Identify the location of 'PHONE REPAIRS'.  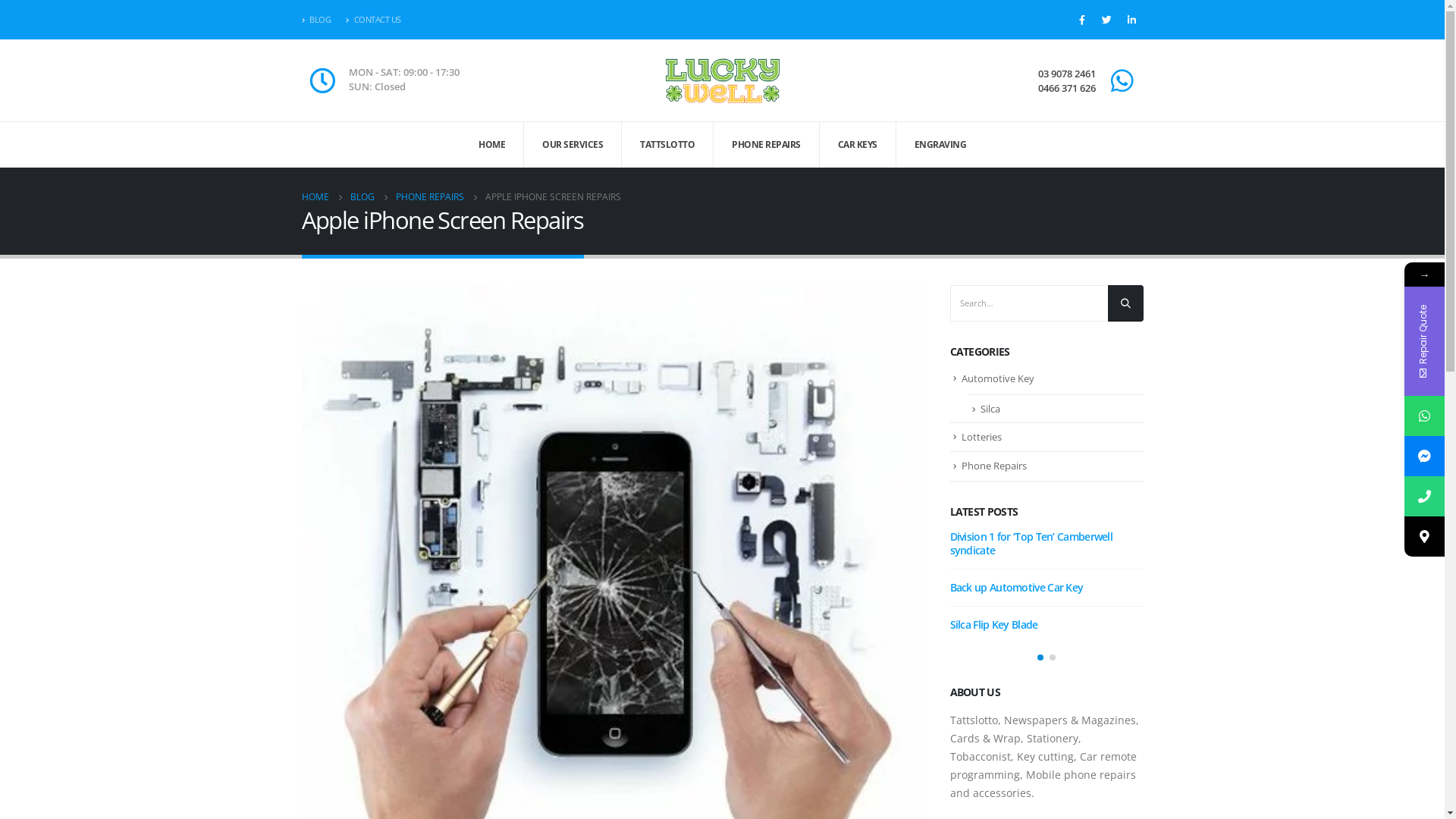
(767, 145).